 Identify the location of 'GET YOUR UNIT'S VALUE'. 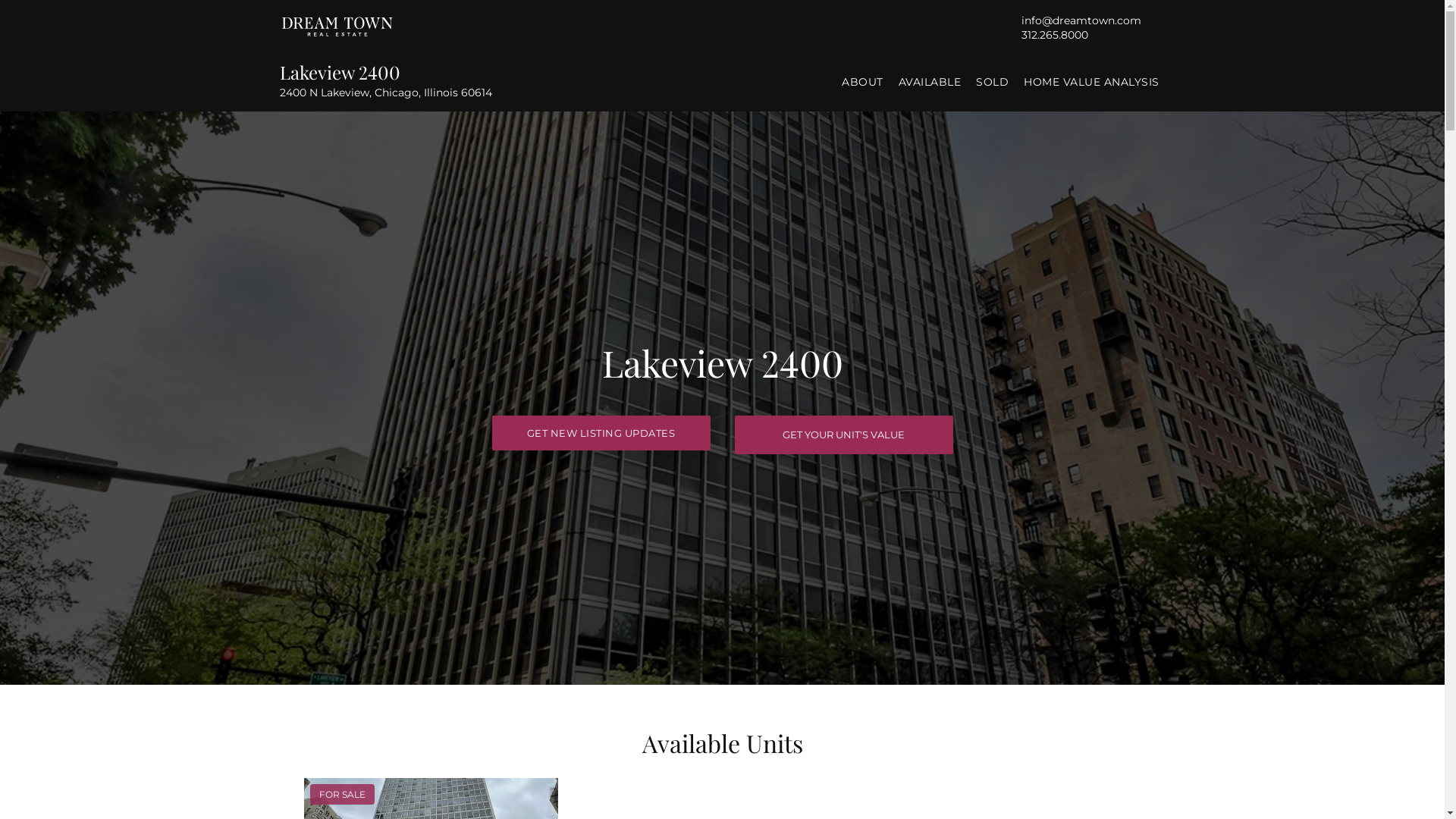
(843, 435).